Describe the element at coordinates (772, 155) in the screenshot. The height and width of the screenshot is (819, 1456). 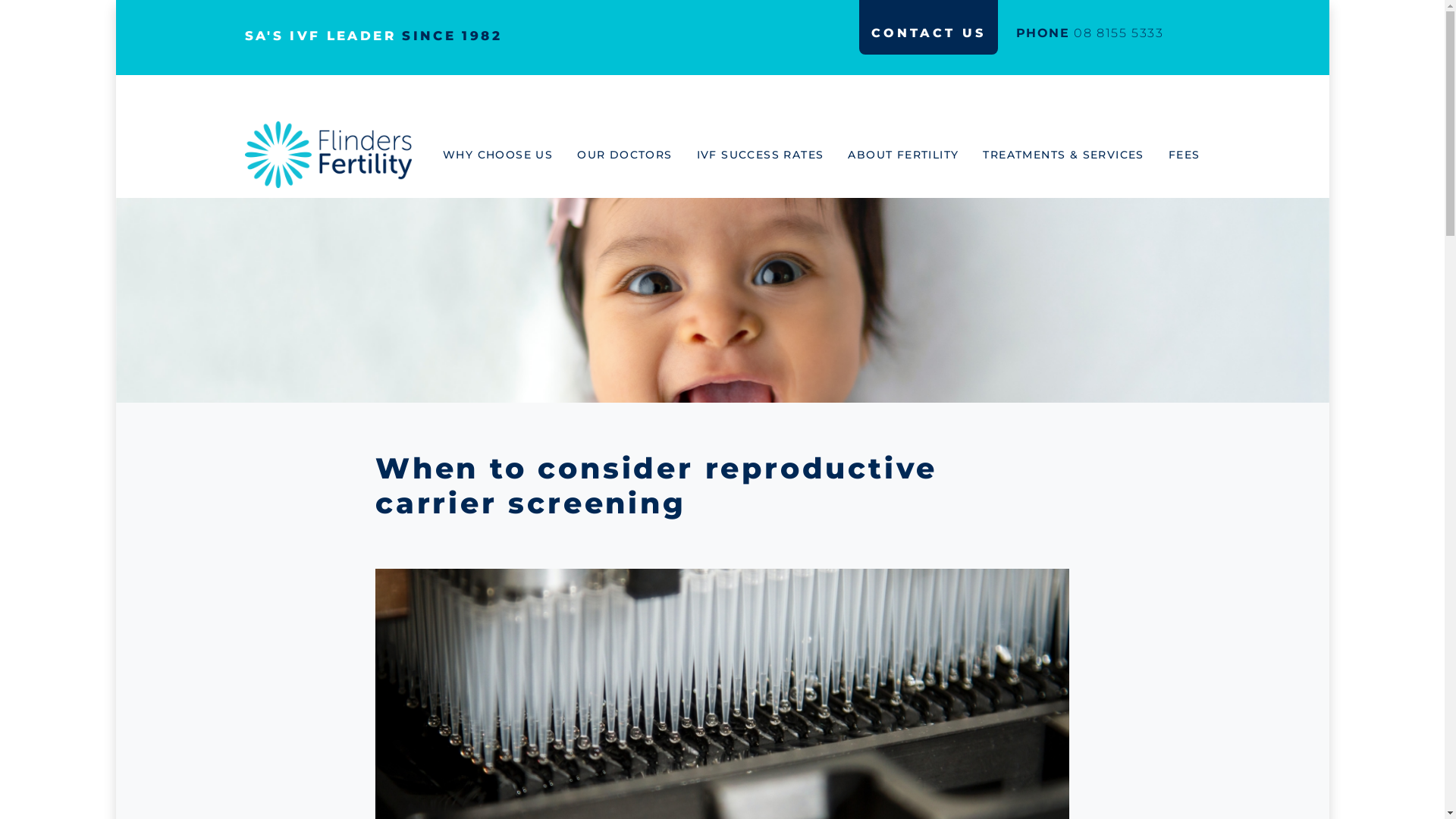
I see `'IVF SUCCESS RATES'` at that location.